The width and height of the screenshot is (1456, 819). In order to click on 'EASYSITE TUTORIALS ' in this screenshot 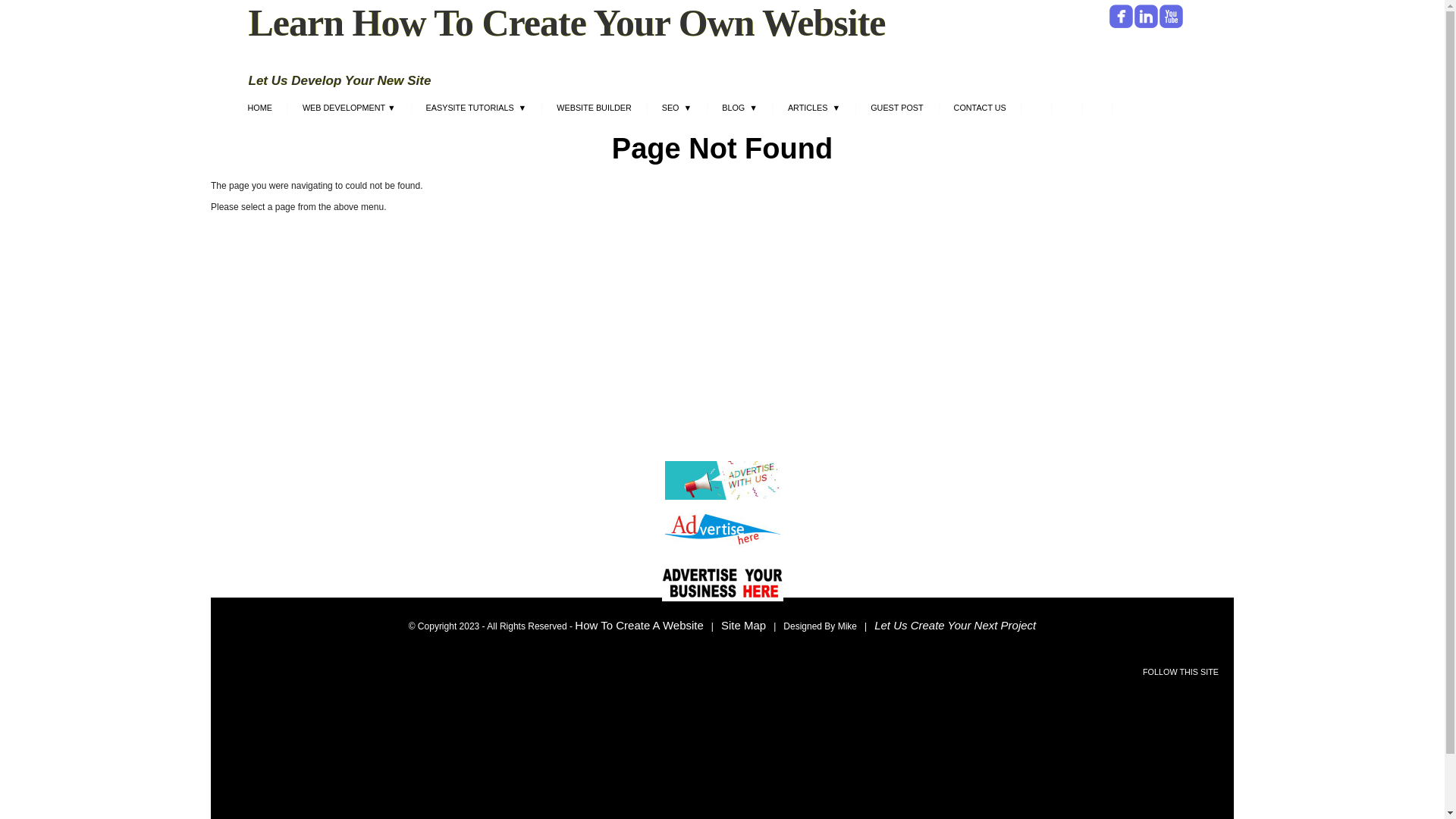, I will do `click(475, 109)`.